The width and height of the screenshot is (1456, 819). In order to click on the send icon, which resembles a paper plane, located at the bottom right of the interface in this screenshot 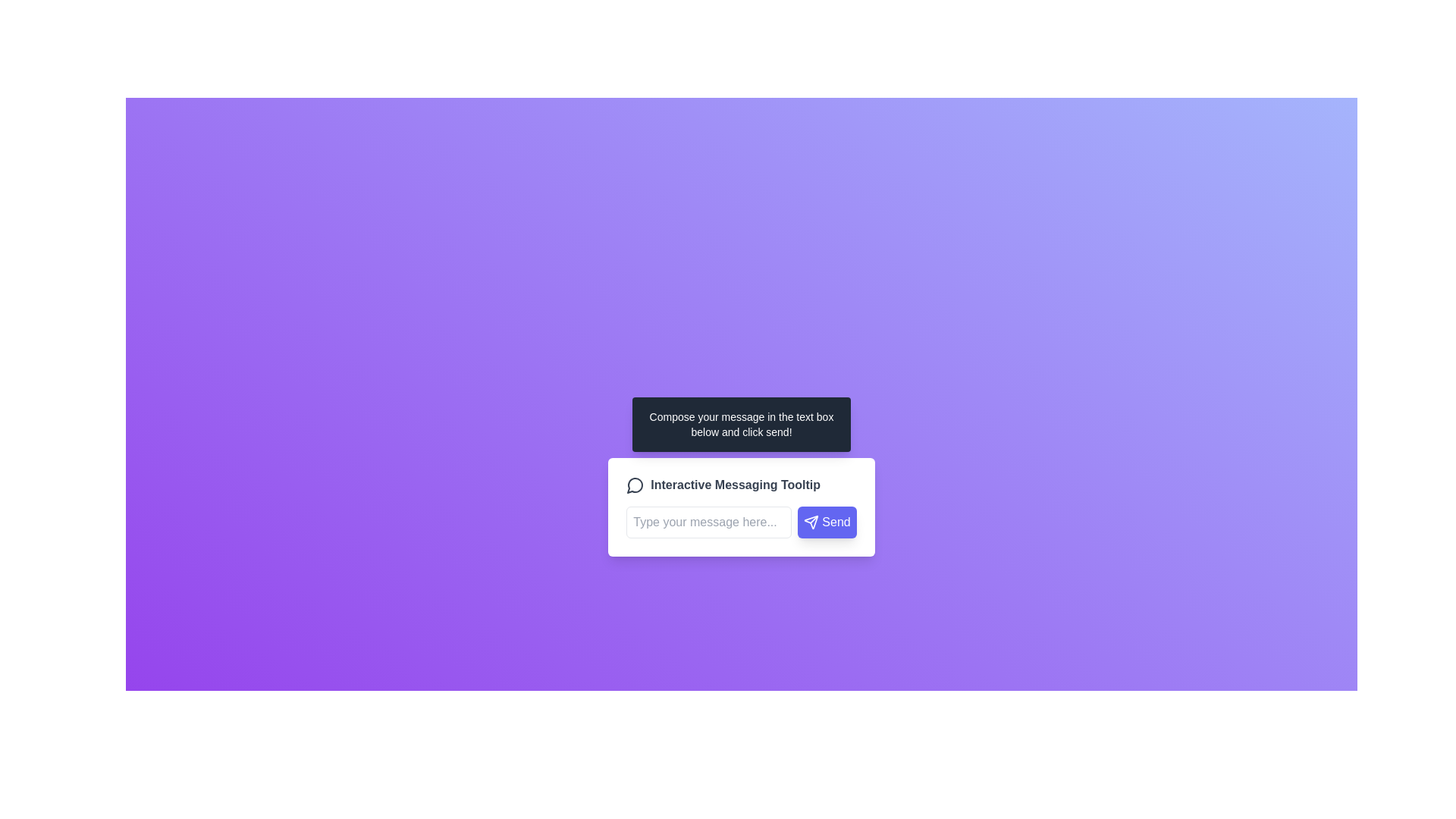, I will do `click(811, 522)`.